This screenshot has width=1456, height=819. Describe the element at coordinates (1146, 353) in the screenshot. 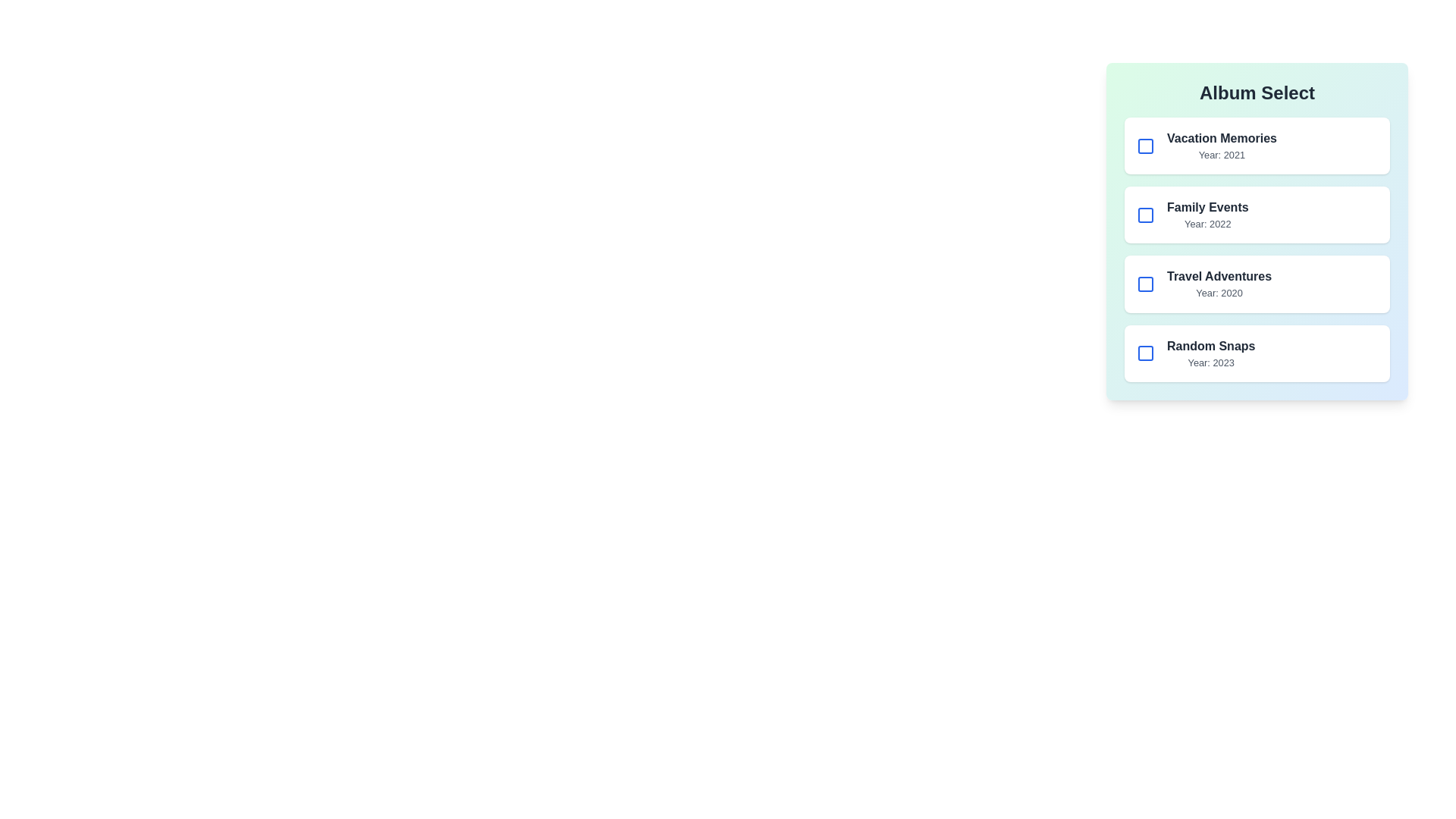

I see `the album Random Snaps` at that location.